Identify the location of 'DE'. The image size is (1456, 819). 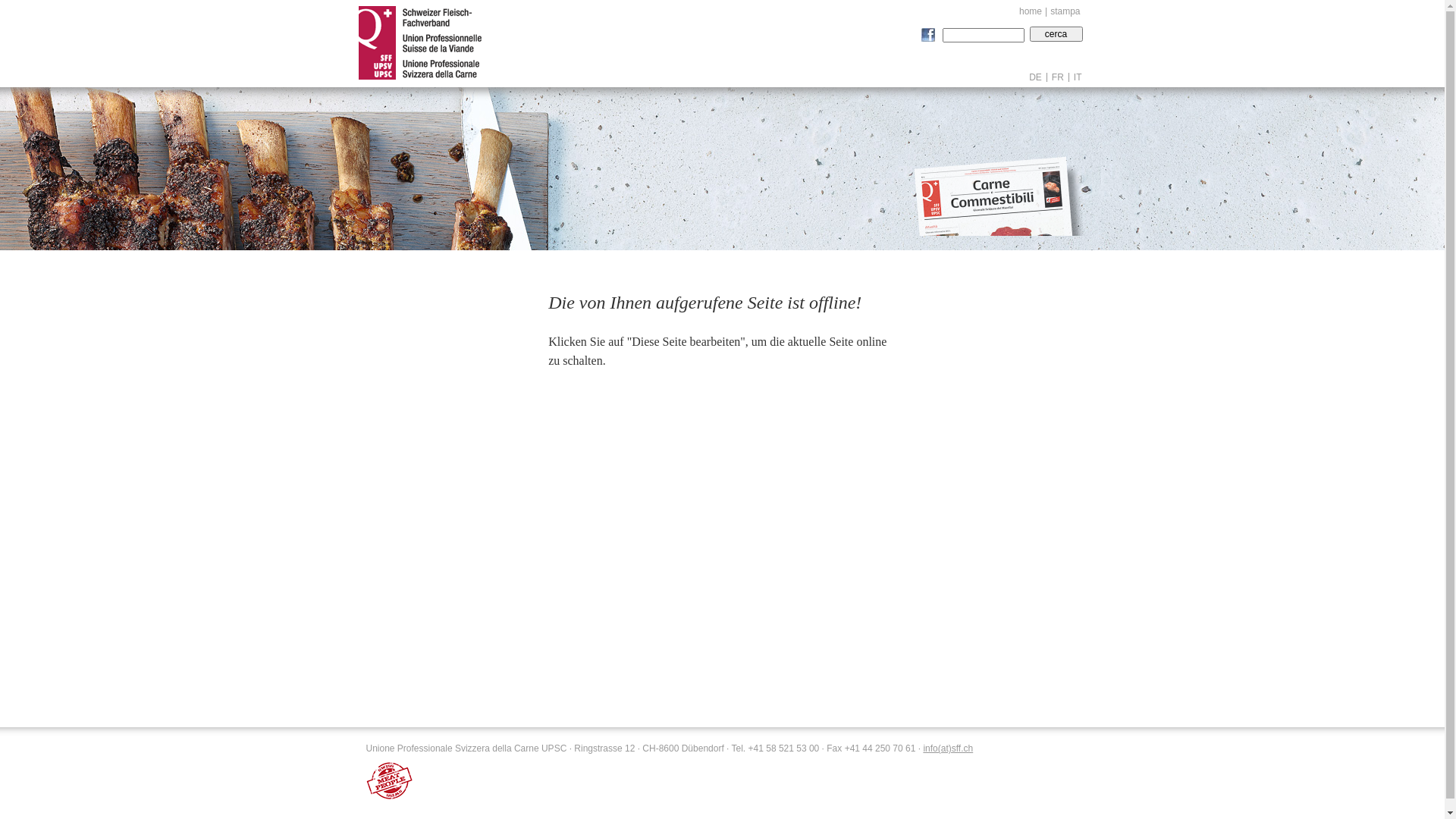
(1035, 77).